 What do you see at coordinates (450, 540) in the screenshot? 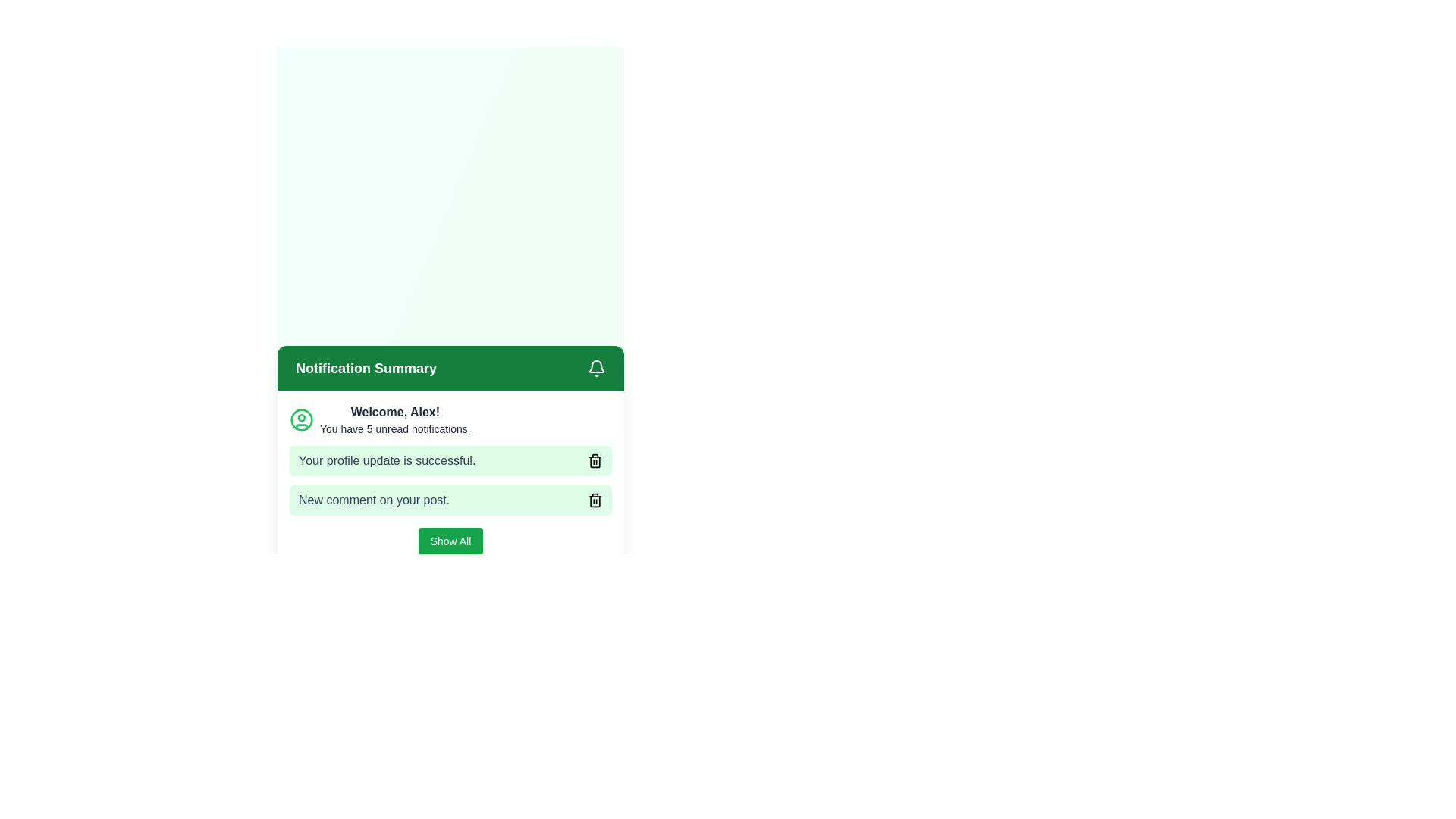
I see `the button located at the bottom of the notification panel, which has a green background and white text` at bounding box center [450, 540].